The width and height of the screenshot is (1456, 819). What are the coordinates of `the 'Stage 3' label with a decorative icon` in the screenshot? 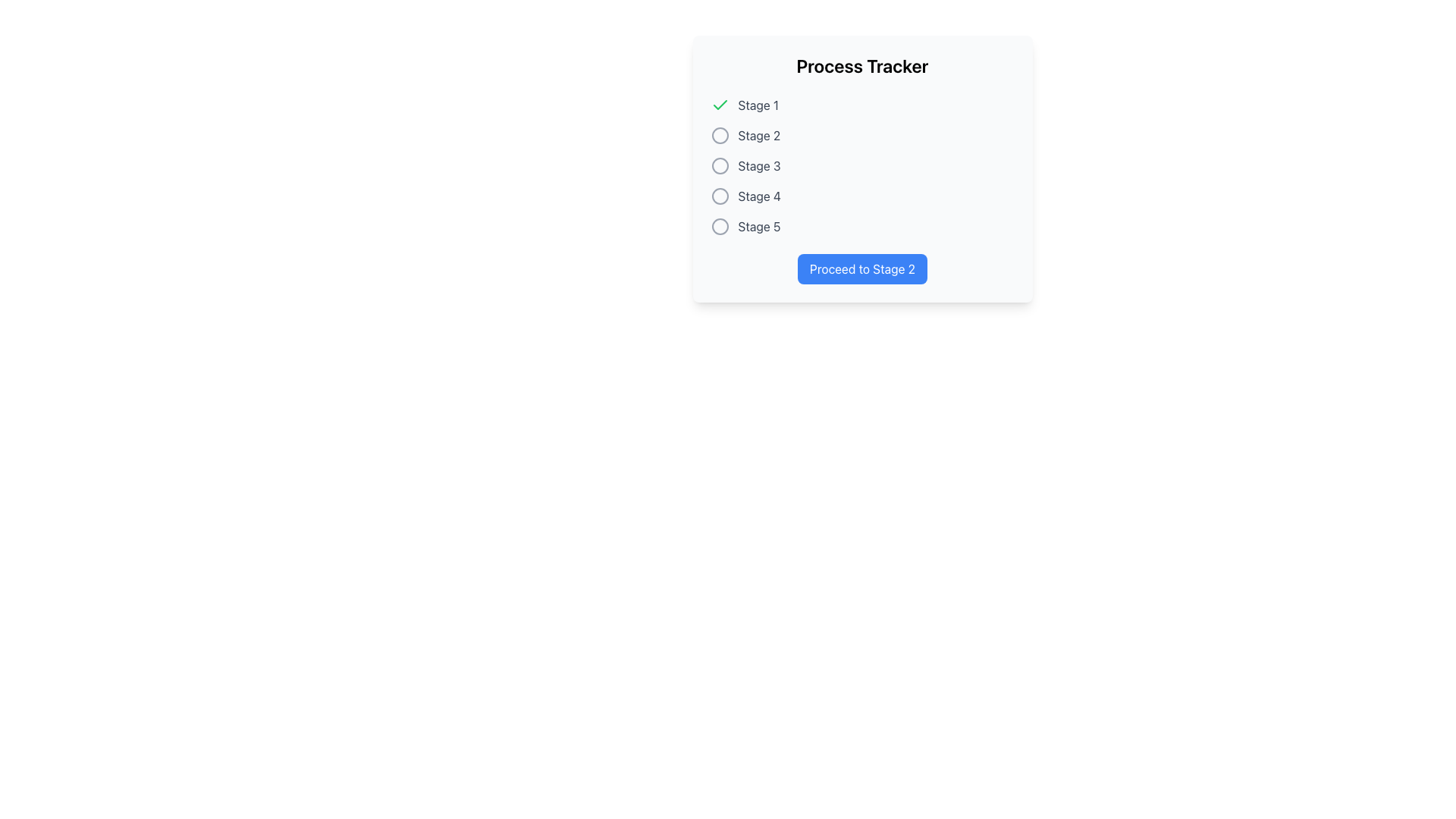 It's located at (745, 166).